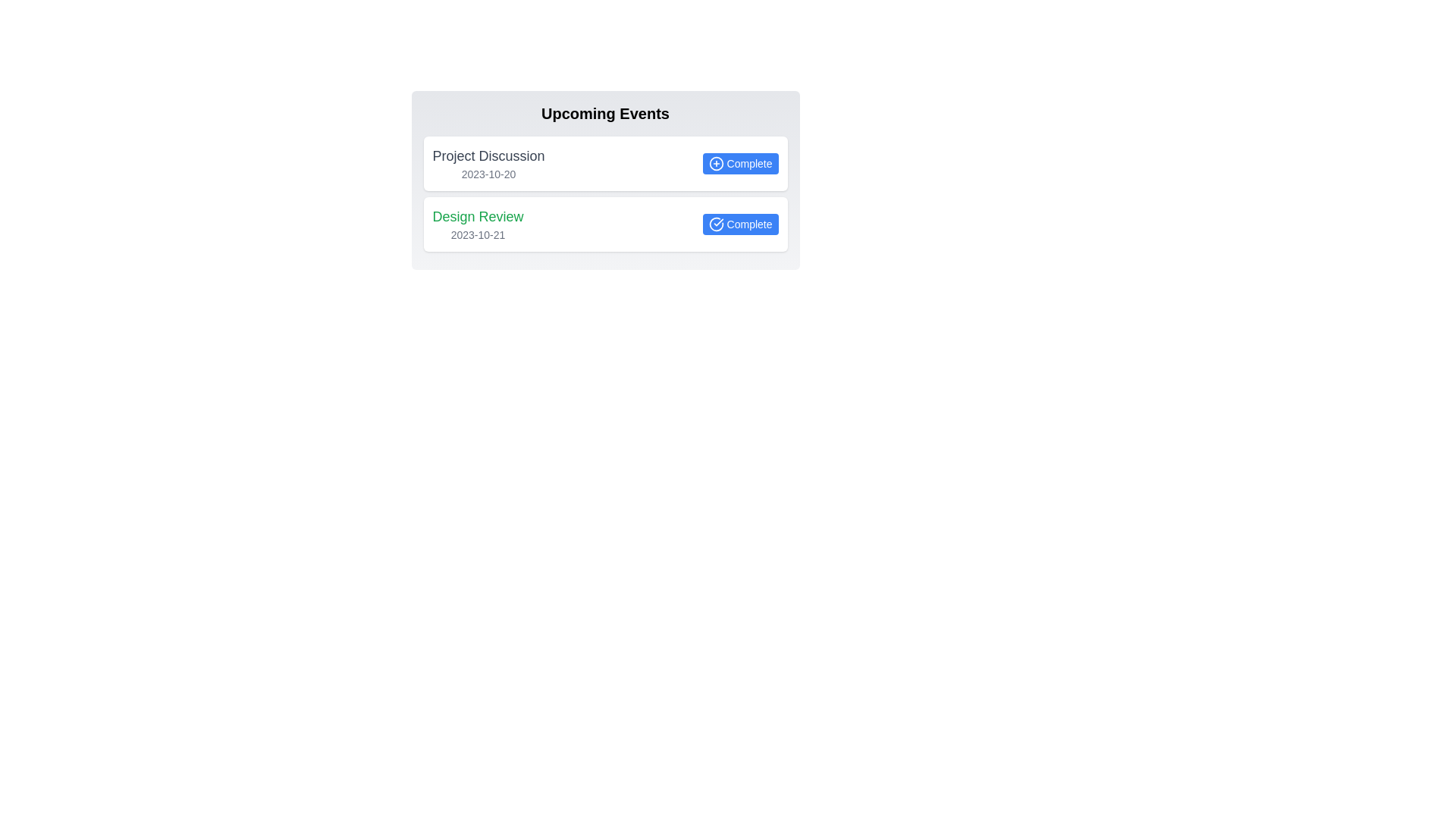  Describe the element at coordinates (740, 224) in the screenshot. I see `'Complete' button for the task titled 'Design Review'` at that location.